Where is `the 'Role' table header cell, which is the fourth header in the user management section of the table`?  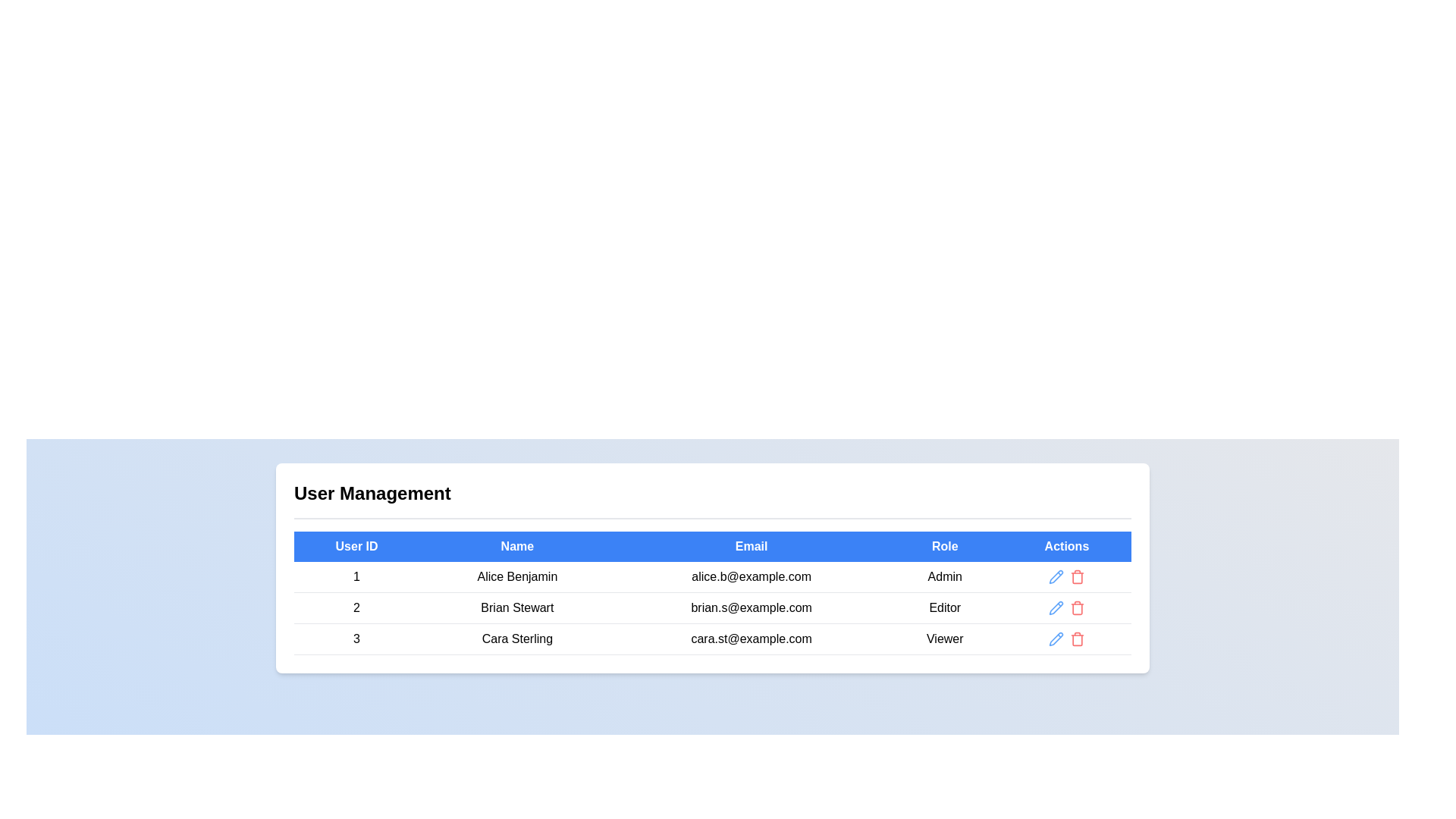
the 'Role' table header cell, which is the fourth header in the user management section of the table is located at coordinates (944, 547).